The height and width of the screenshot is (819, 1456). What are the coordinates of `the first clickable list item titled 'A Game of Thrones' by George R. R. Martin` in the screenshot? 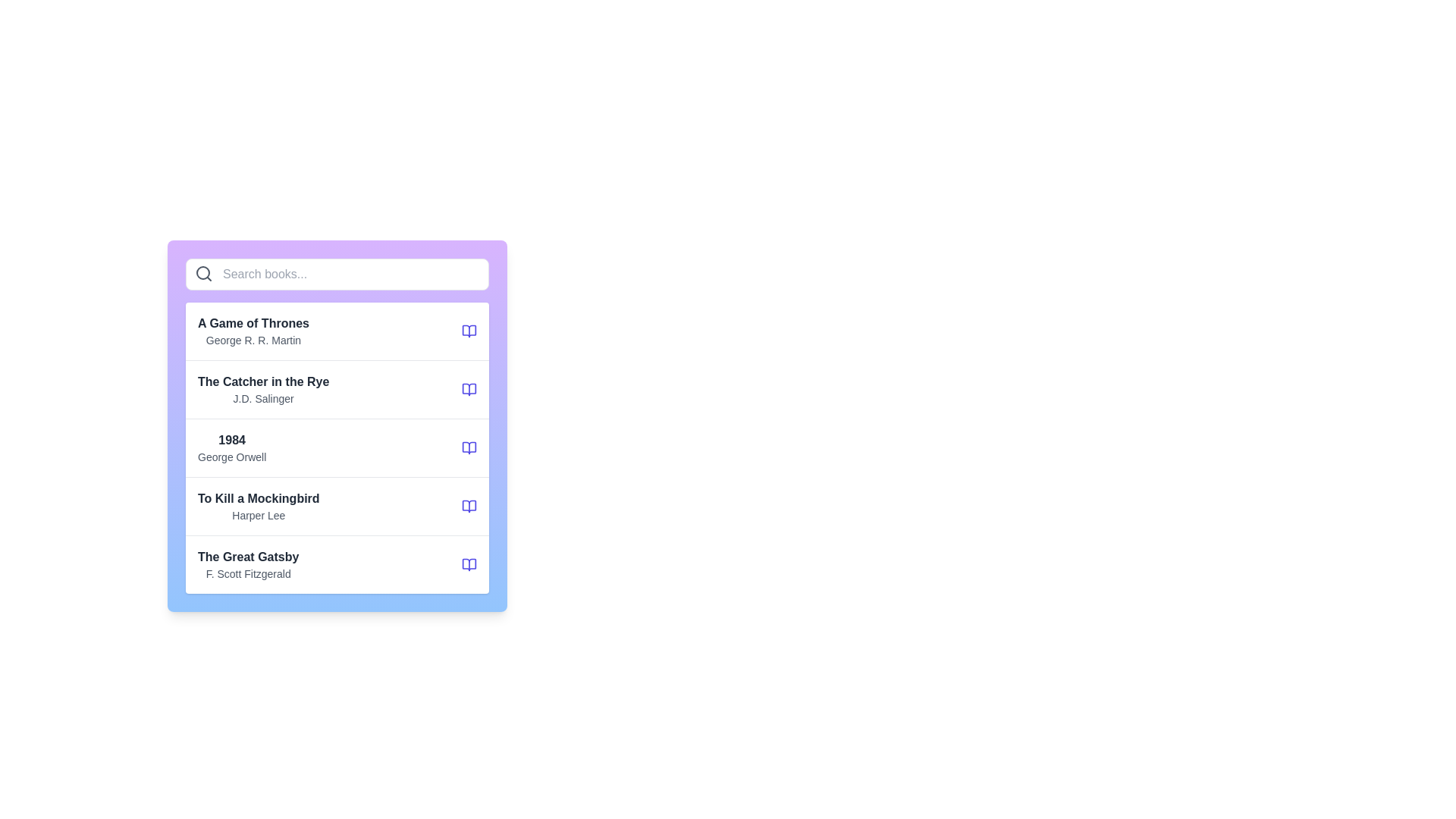 It's located at (337, 330).